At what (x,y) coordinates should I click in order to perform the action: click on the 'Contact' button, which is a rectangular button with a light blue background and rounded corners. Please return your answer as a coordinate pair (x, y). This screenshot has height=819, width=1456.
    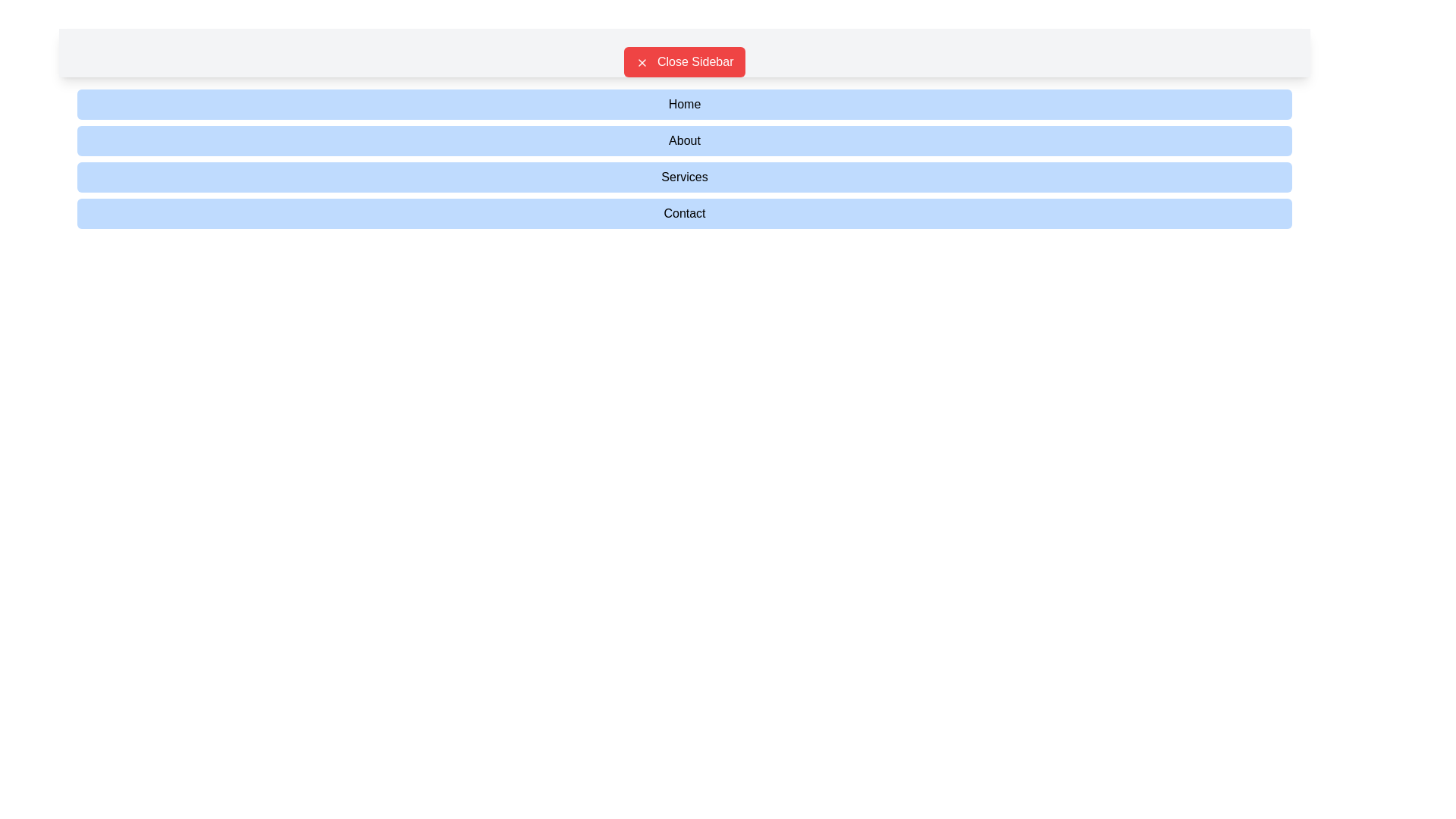
    Looking at the image, I should click on (683, 213).